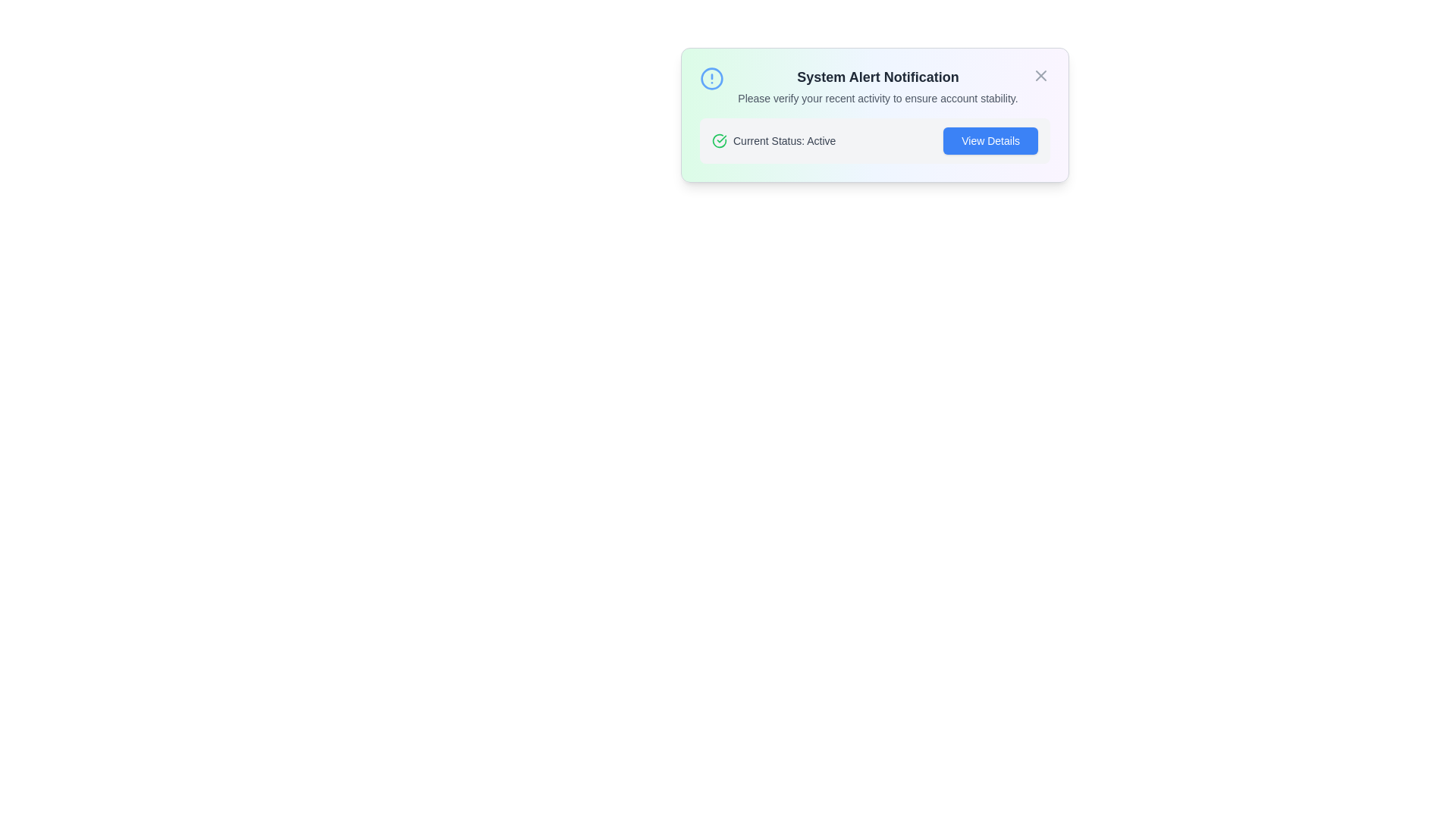  Describe the element at coordinates (1040, 76) in the screenshot. I see `the close button to dismiss the notification` at that location.